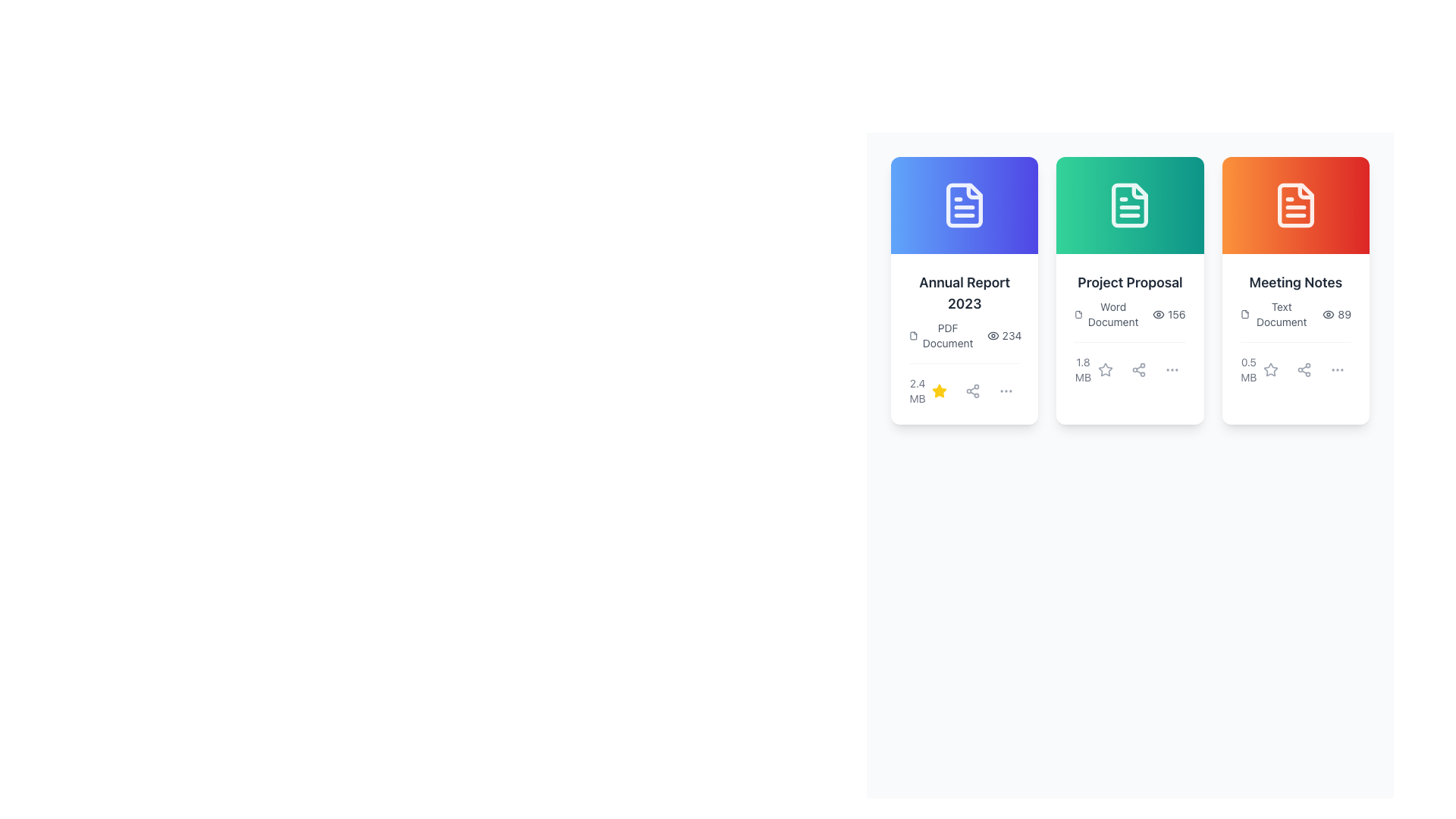 The height and width of the screenshot is (819, 1456). What do you see at coordinates (1303, 370) in the screenshot?
I see `the sharing network icon, which is a small gray button with three interconnected circles and lines, located in the bottom-right section of the 'Meeting Notes' card` at bounding box center [1303, 370].